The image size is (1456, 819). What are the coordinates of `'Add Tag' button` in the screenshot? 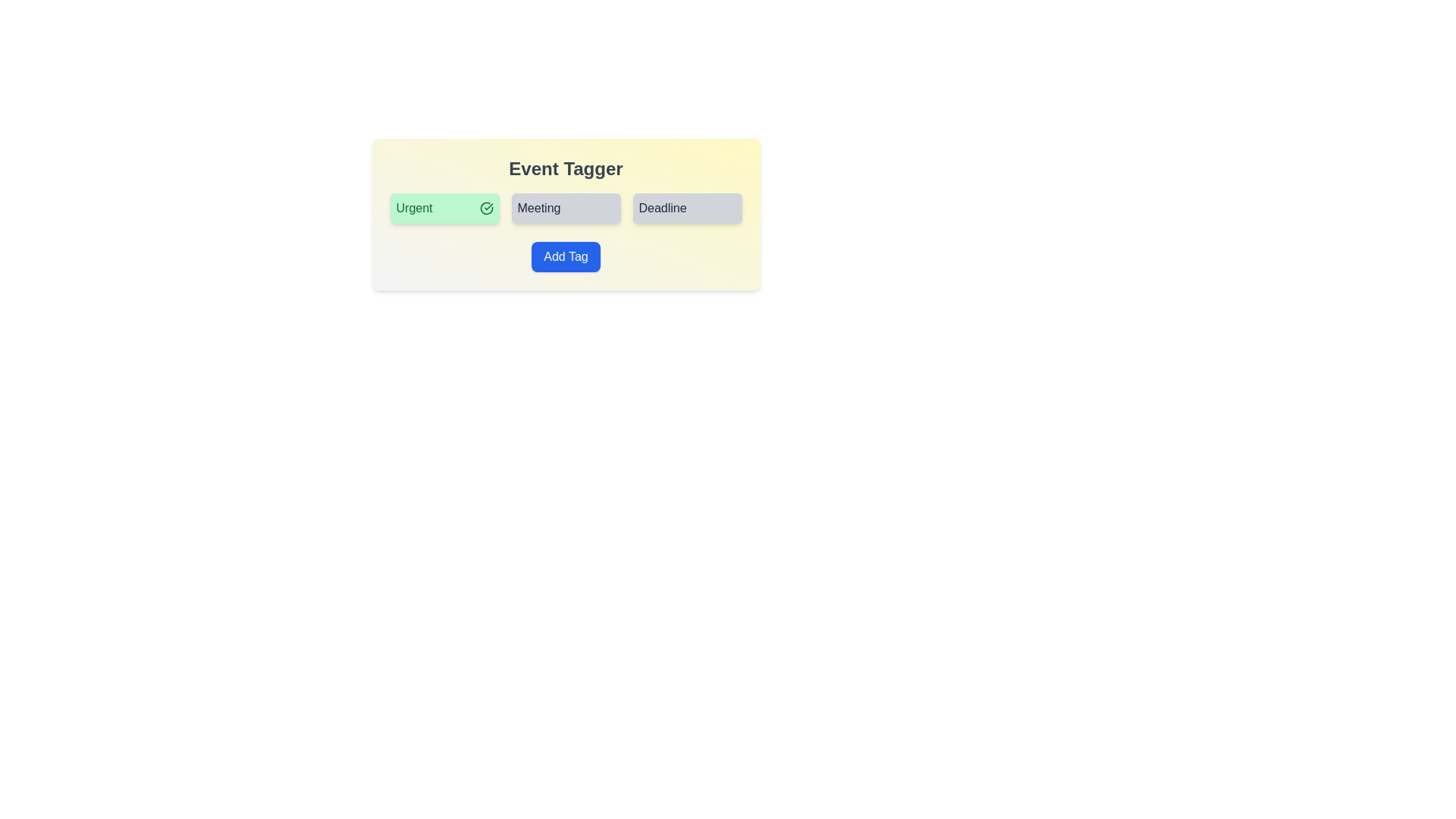 It's located at (564, 256).